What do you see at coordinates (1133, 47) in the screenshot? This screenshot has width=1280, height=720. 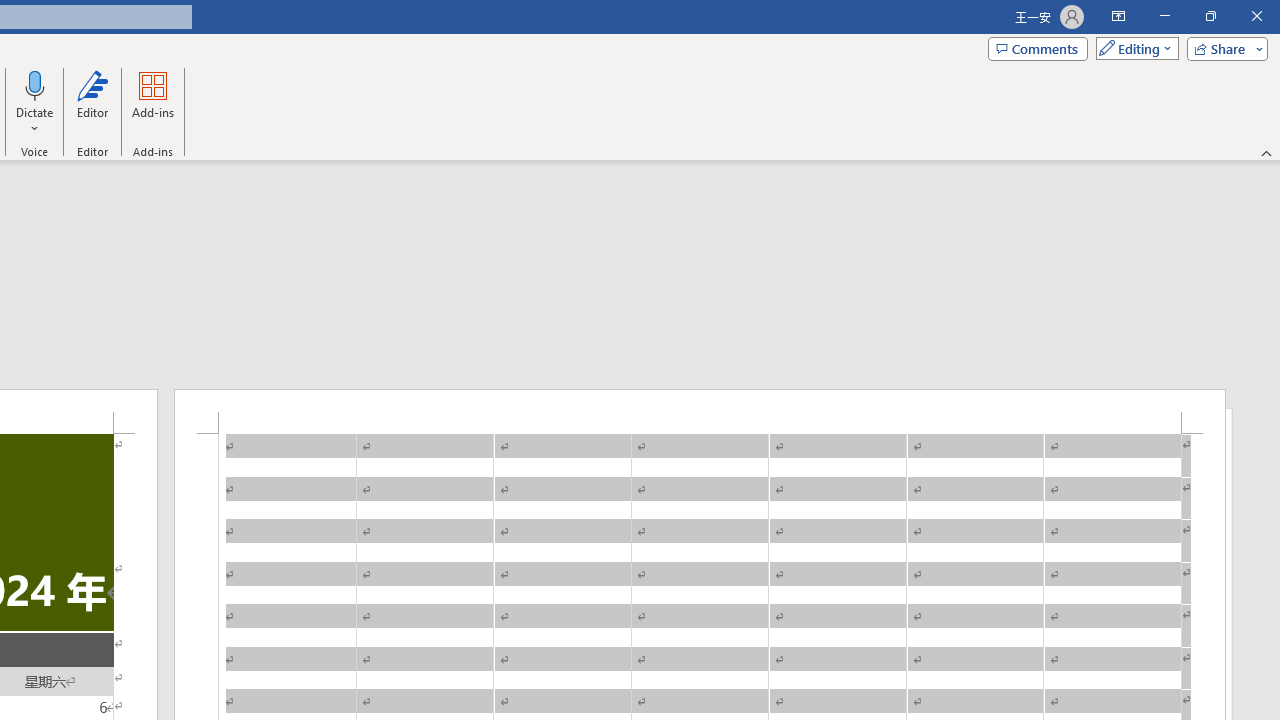 I see `'Mode'` at bounding box center [1133, 47].